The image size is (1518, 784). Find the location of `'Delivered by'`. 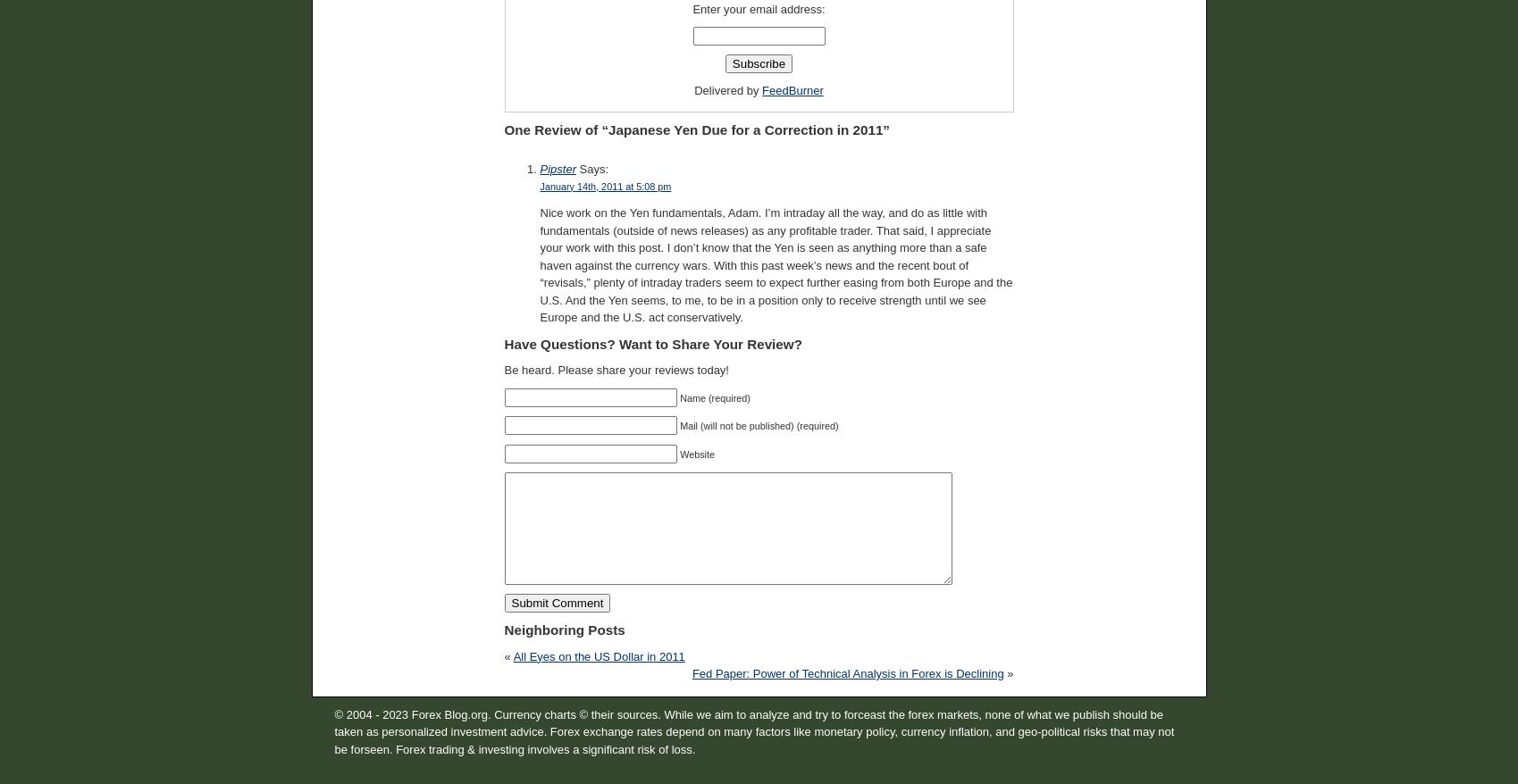

'Delivered by' is located at coordinates (728, 89).